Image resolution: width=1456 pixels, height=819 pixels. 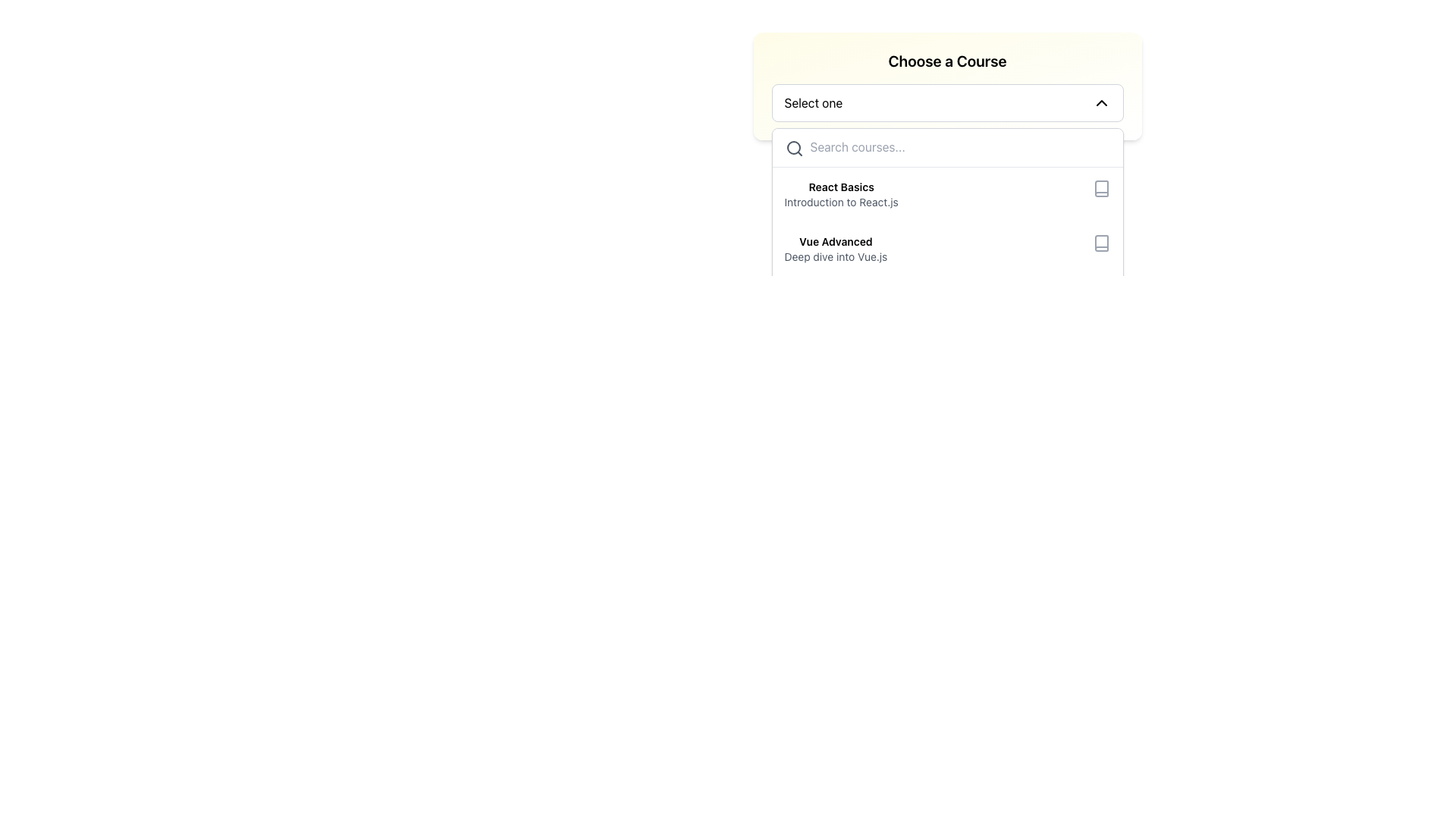 I want to click on the static label or heading text that indicates the purpose of the dropdown menu for course selection, positioned at the top center above the 'Select one' dropdown, so click(x=946, y=61).